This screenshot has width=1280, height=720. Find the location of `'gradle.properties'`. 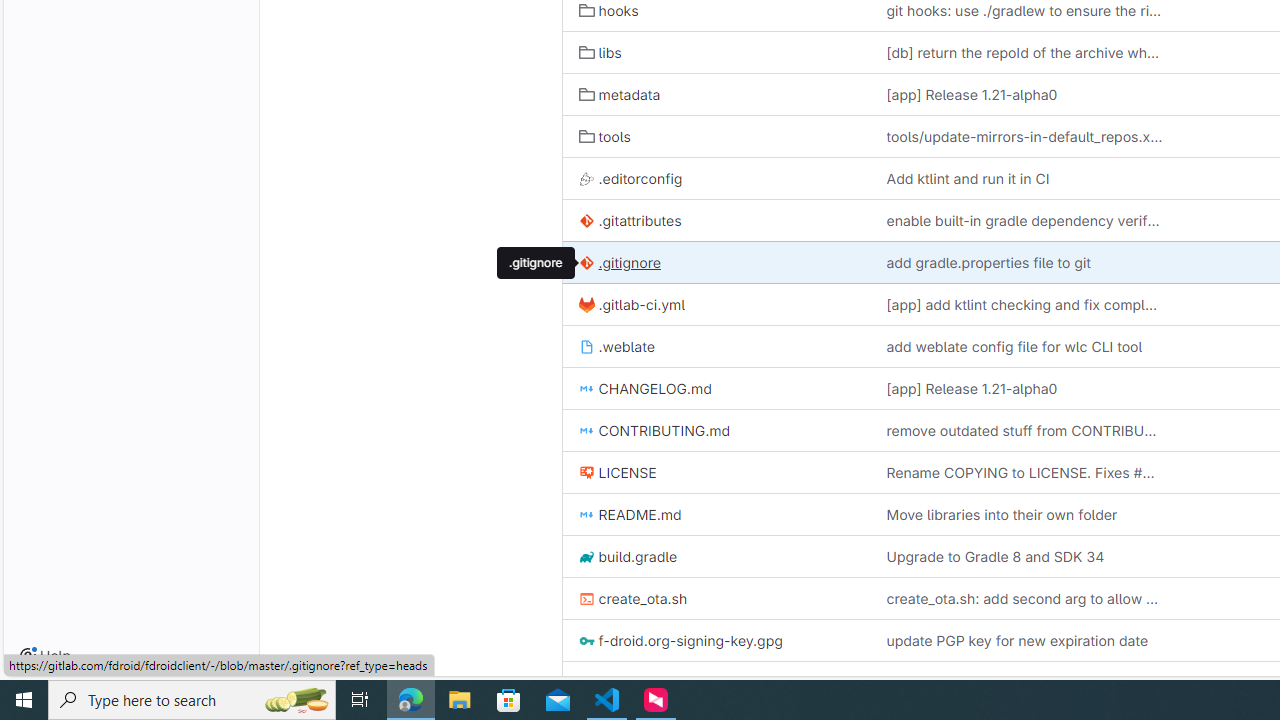

'gradle.properties' is located at coordinates (716, 681).